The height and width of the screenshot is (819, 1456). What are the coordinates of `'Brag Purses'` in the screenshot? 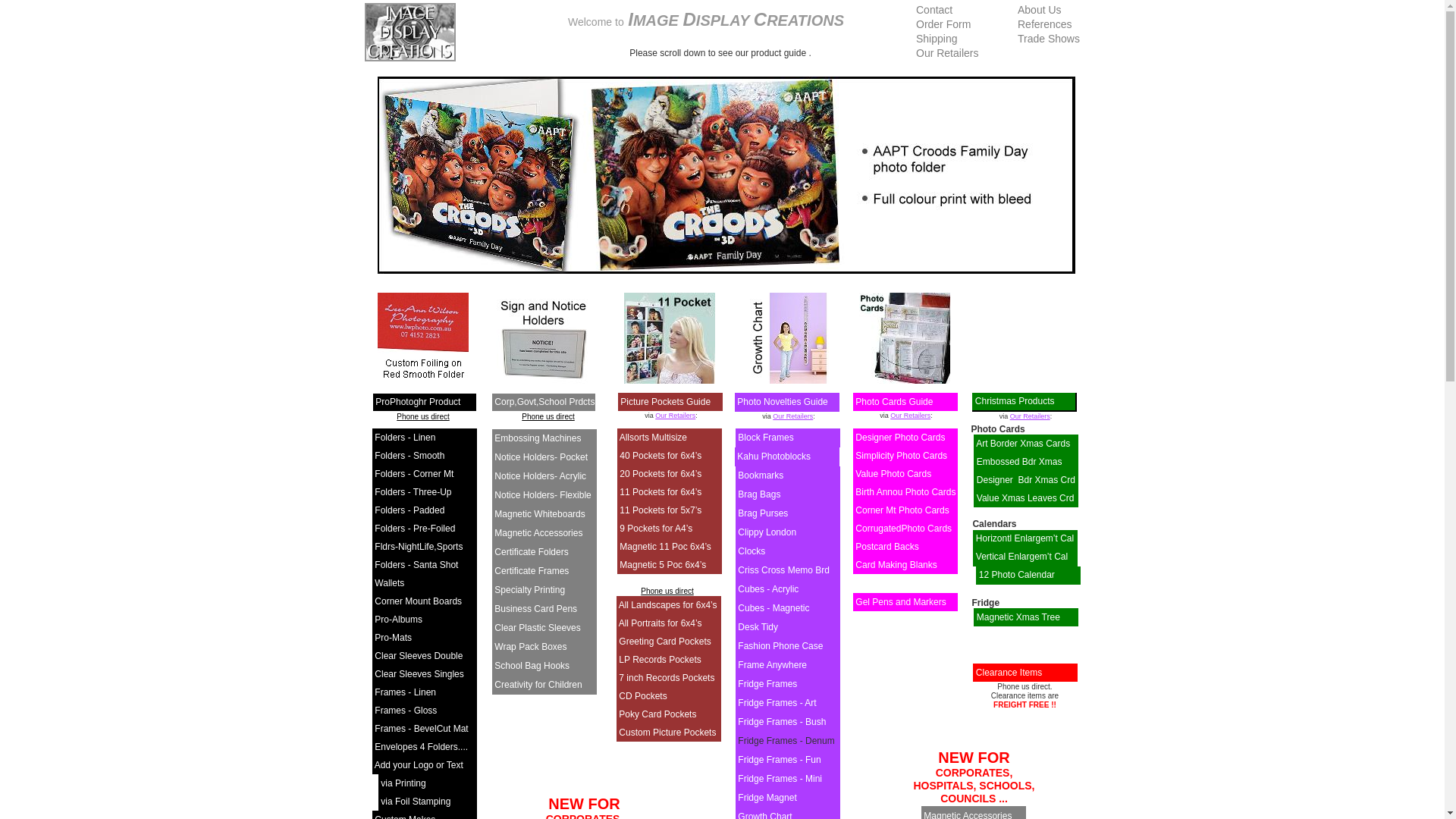 It's located at (763, 513).